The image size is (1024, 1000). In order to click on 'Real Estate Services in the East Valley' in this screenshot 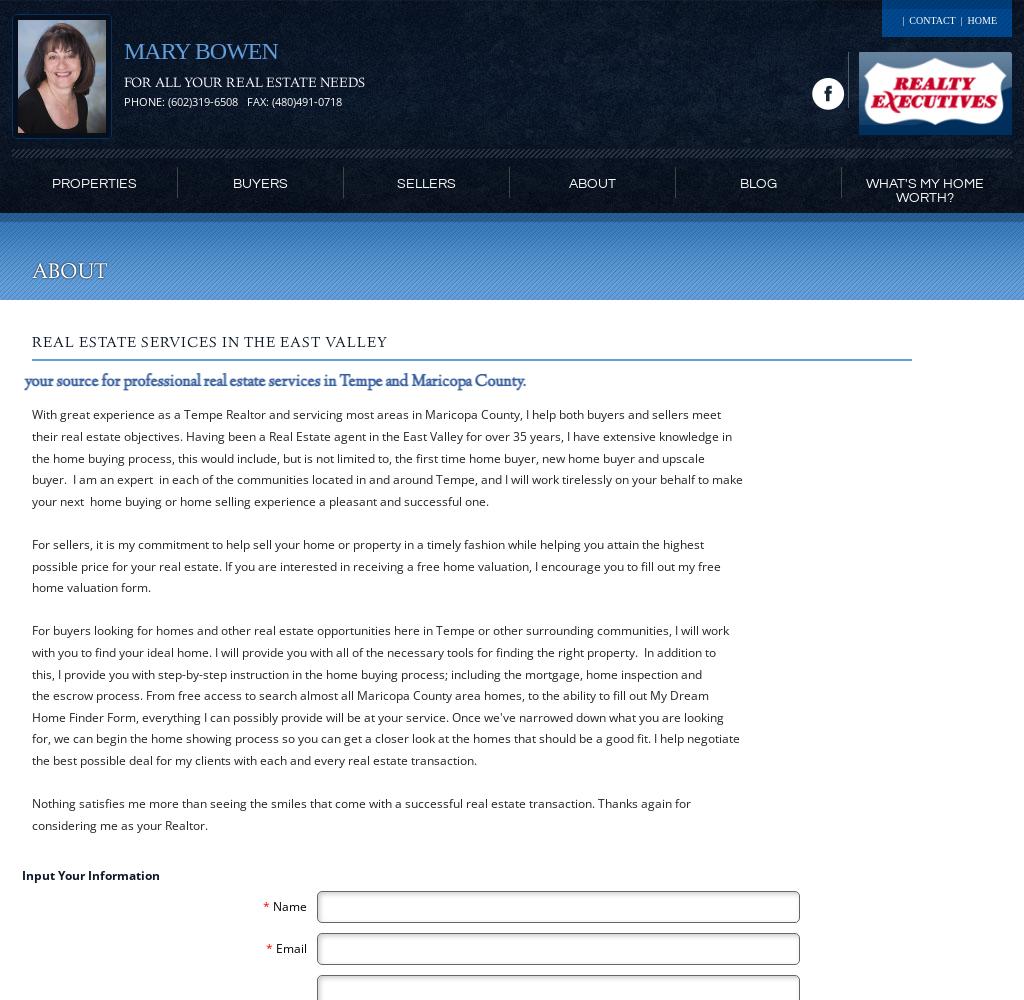, I will do `click(210, 343)`.